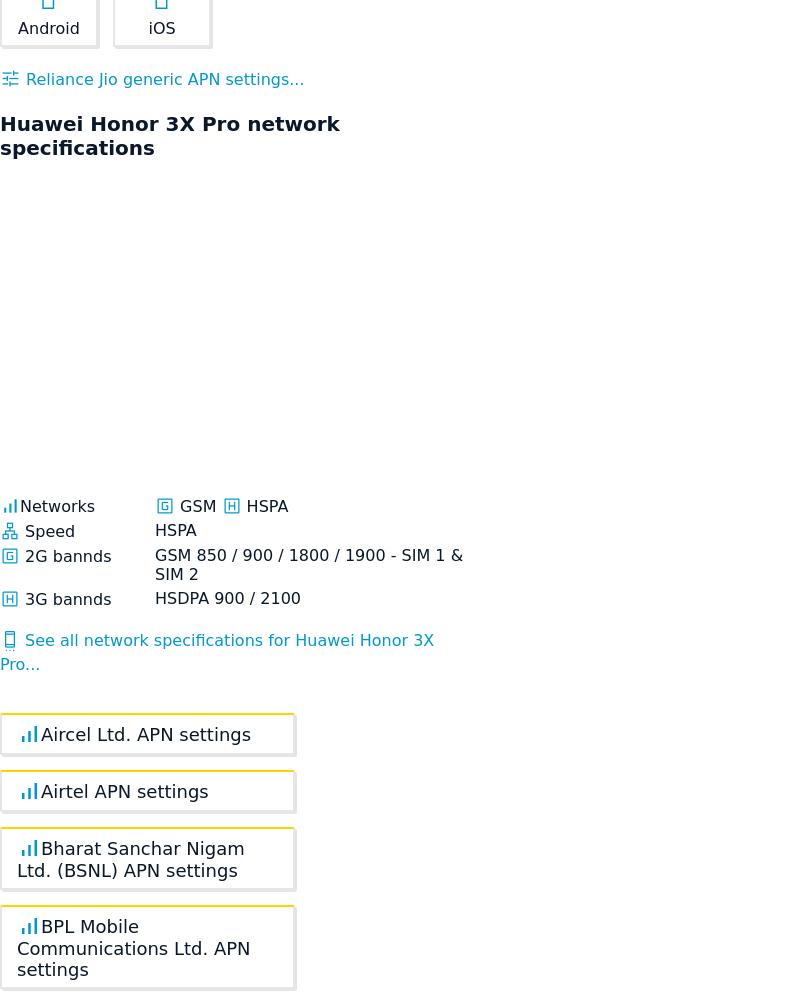 This screenshot has height=1004, width=800. I want to click on 'Networks', so click(56, 505).